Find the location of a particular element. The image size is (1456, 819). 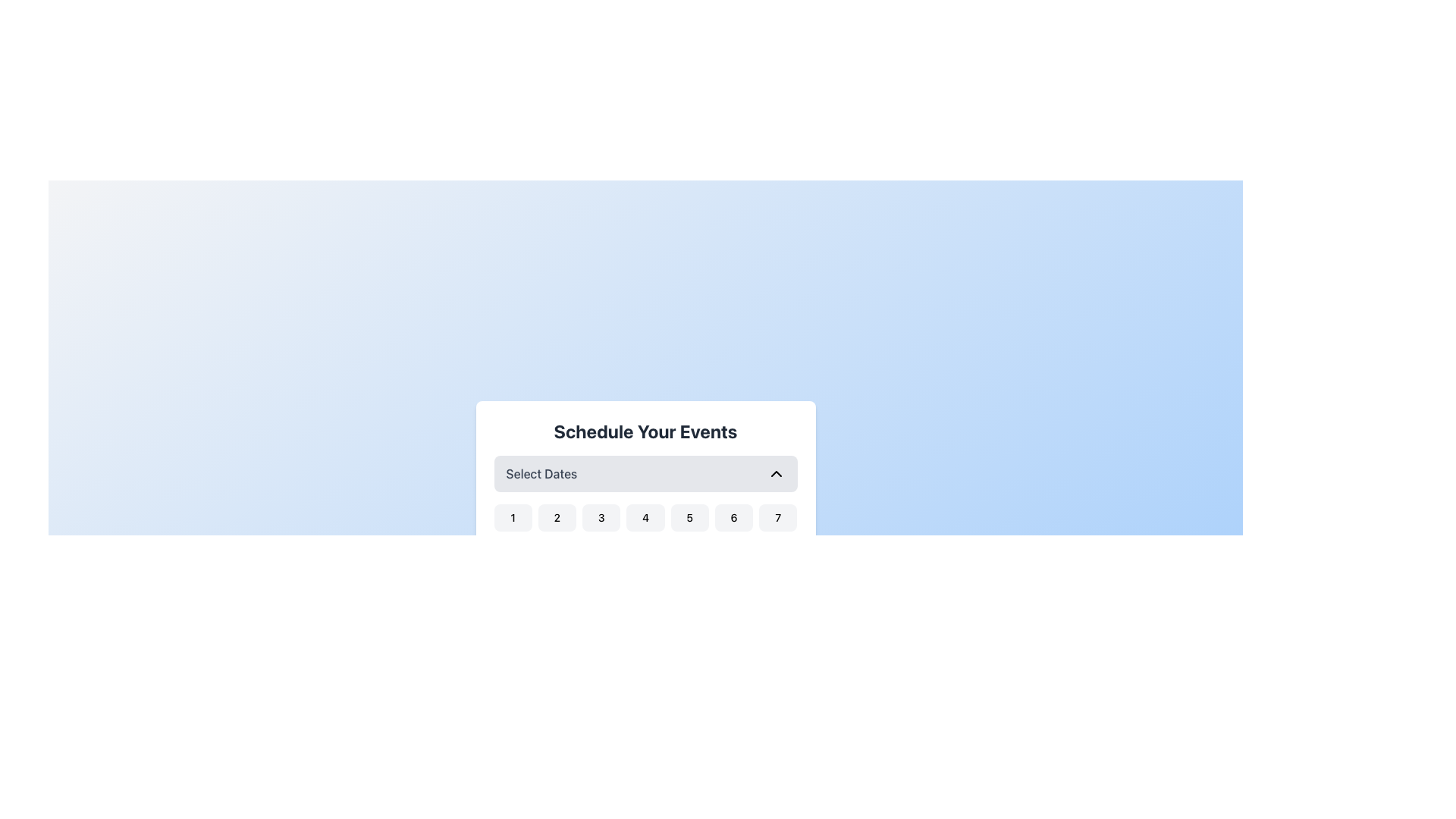

the button labeled '7' which is a rectangular button with rounded corners and a soft gray background, located in the first row and seventh column of the grid layout is located at coordinates (778, 517).